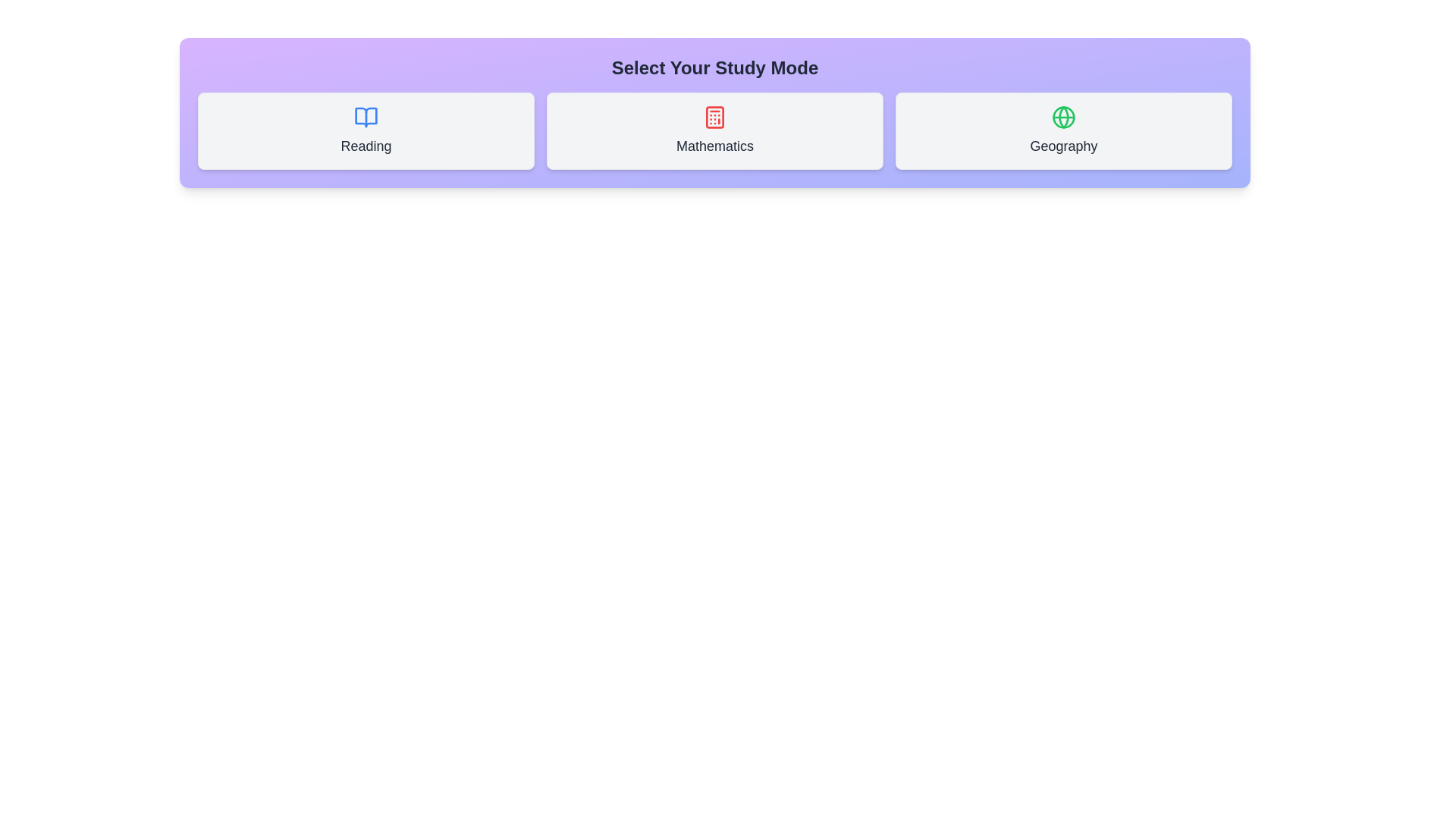  What do you see at coordinates (366, 130) in the screenshot?
I see `the button corresponding to the study mode Reading` at bounding box center [366, 130].